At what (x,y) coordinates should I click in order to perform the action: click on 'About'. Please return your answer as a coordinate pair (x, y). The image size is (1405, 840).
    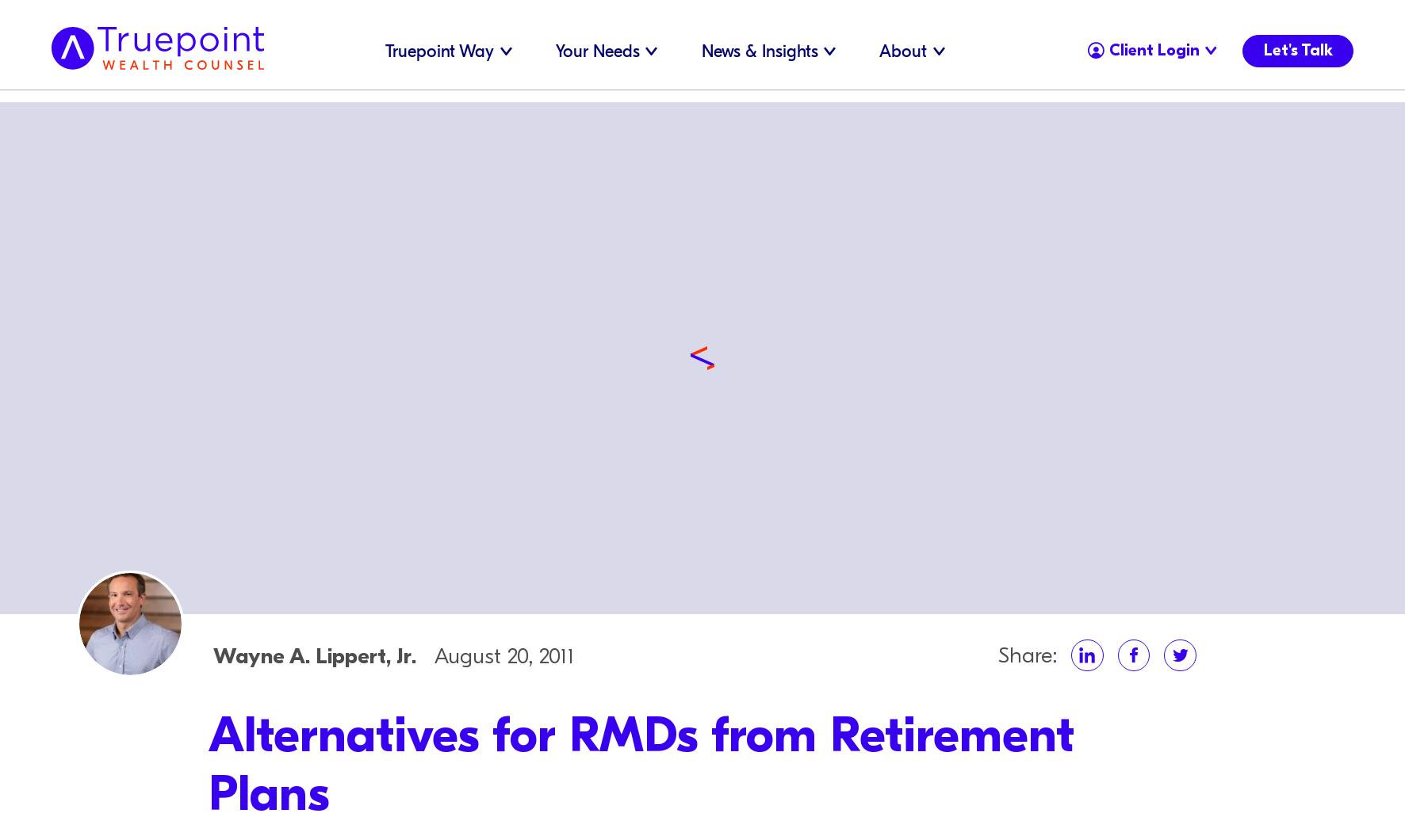
    Looking at the image, I should click on (902, 51).